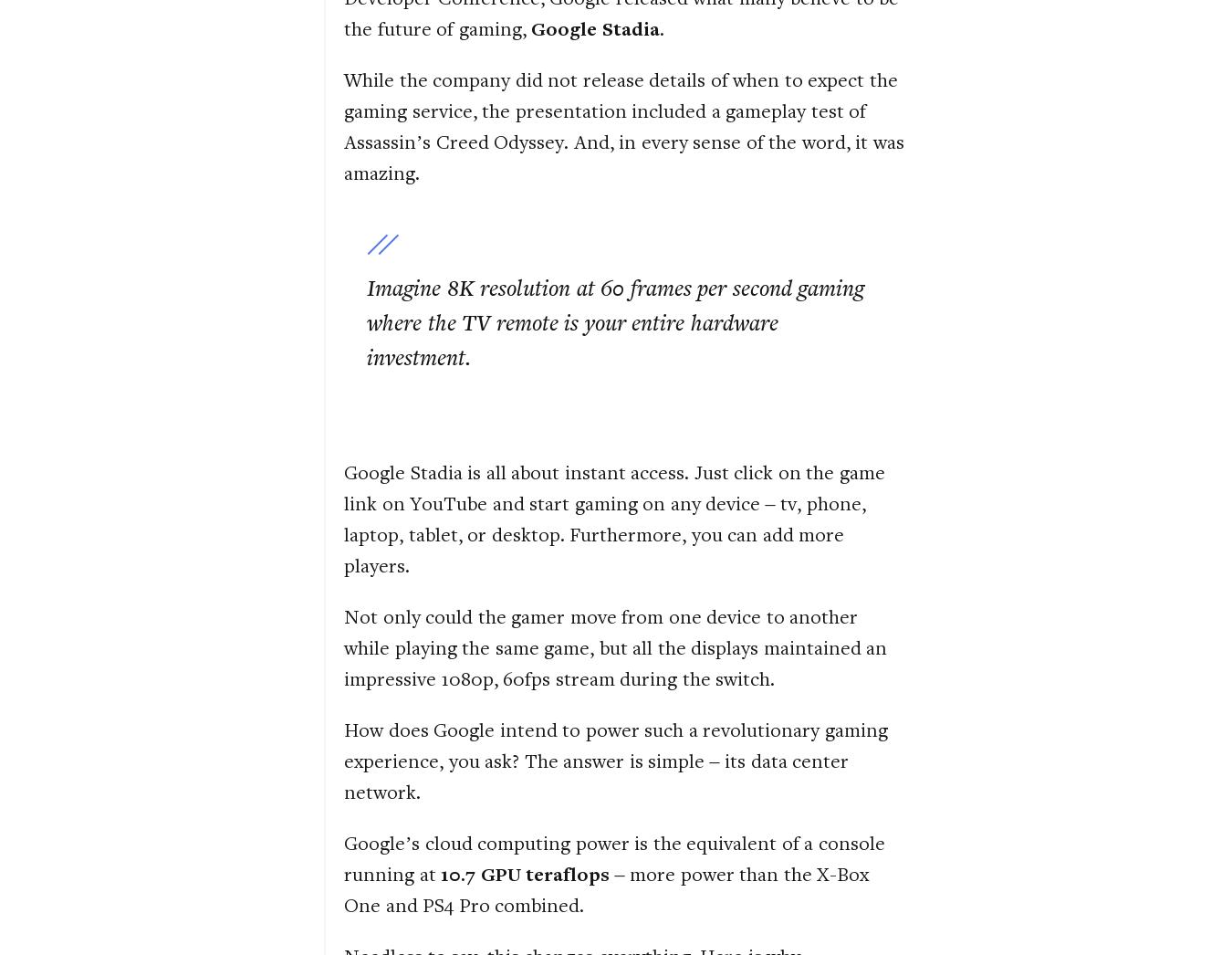 The image size is (1232, 955). I want to click on 'How does Google intend to power such a revolutionary gaming experience, you ask? The answer is simple – its data center network.', so click(344, 759).